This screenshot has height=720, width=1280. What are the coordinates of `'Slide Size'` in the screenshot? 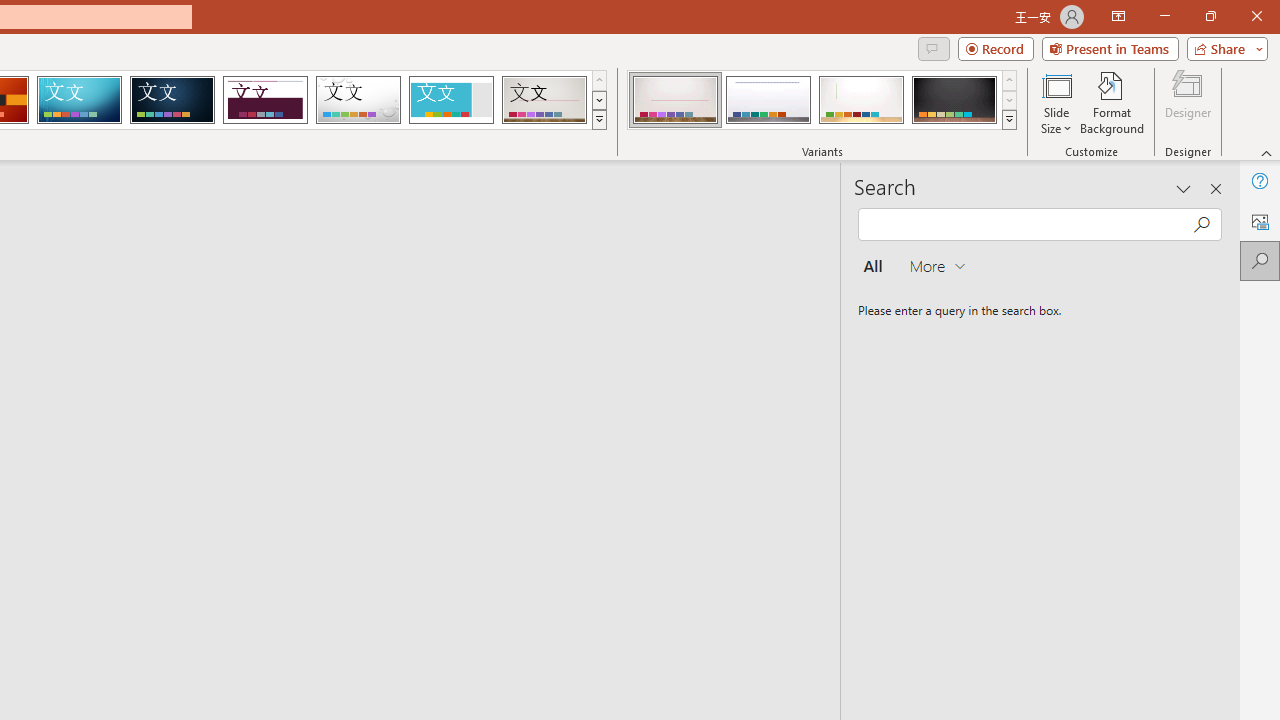 It's located at (1055, 103).